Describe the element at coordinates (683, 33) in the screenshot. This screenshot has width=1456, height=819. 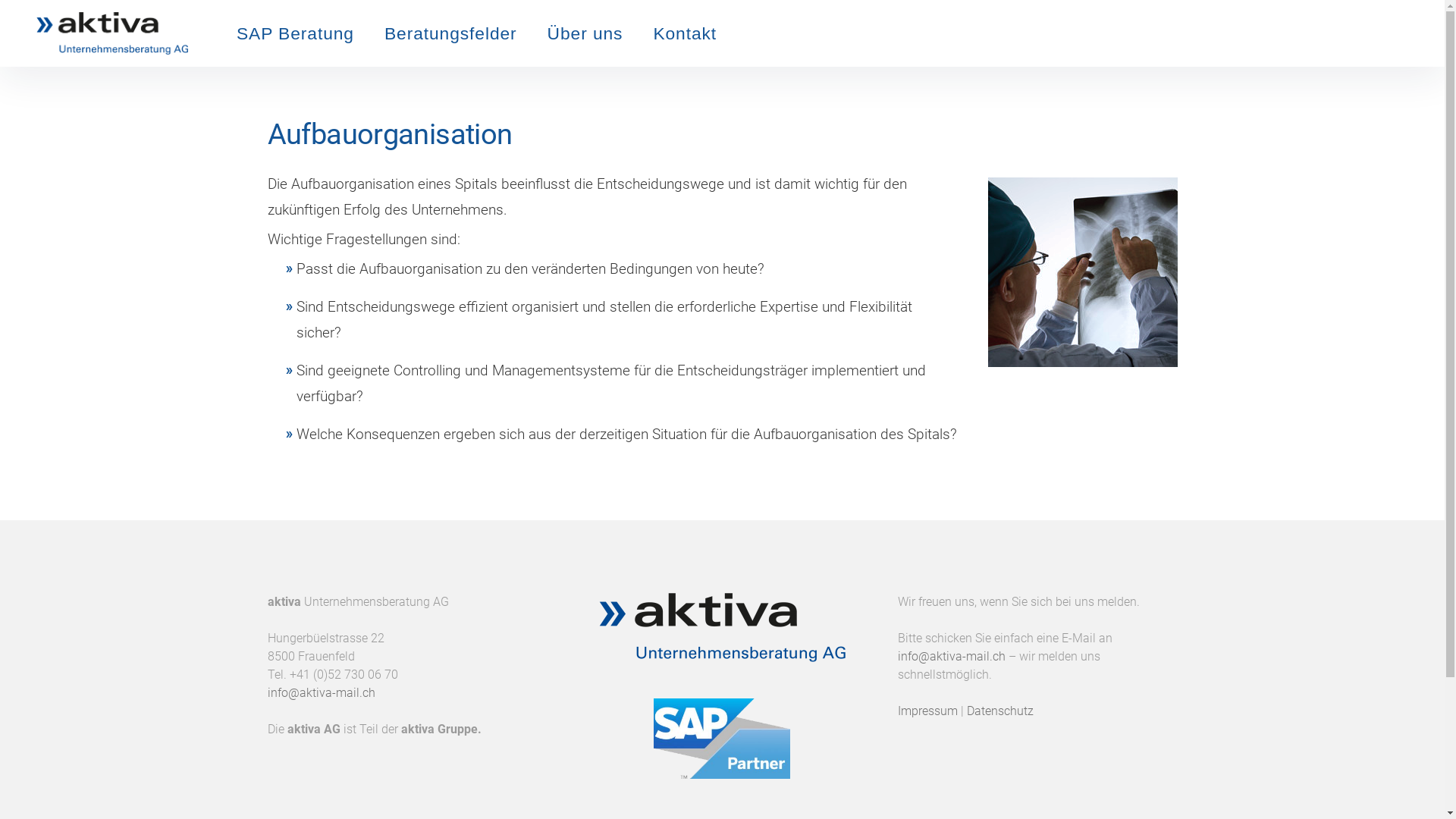
I see `'Kontakt'` at that location.